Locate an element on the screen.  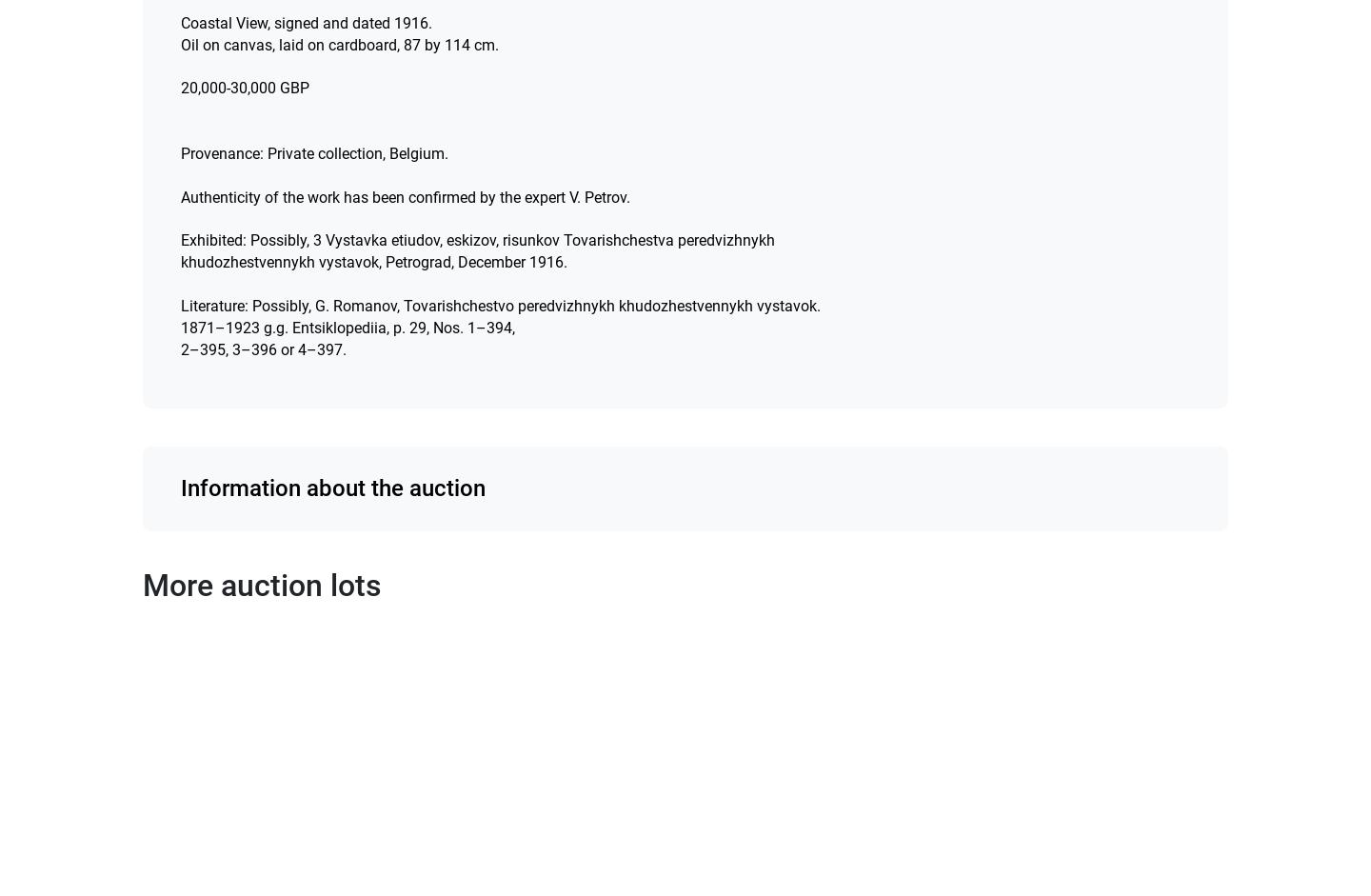
'Exhibited: Possibly, 3 Vystavka etiudov, eskizov, risunkov Tovarishchestva peredvizhnykh khudozhestvennykh vystavok, Petrograd, December 1916.' is located at coordinates (476, 251).